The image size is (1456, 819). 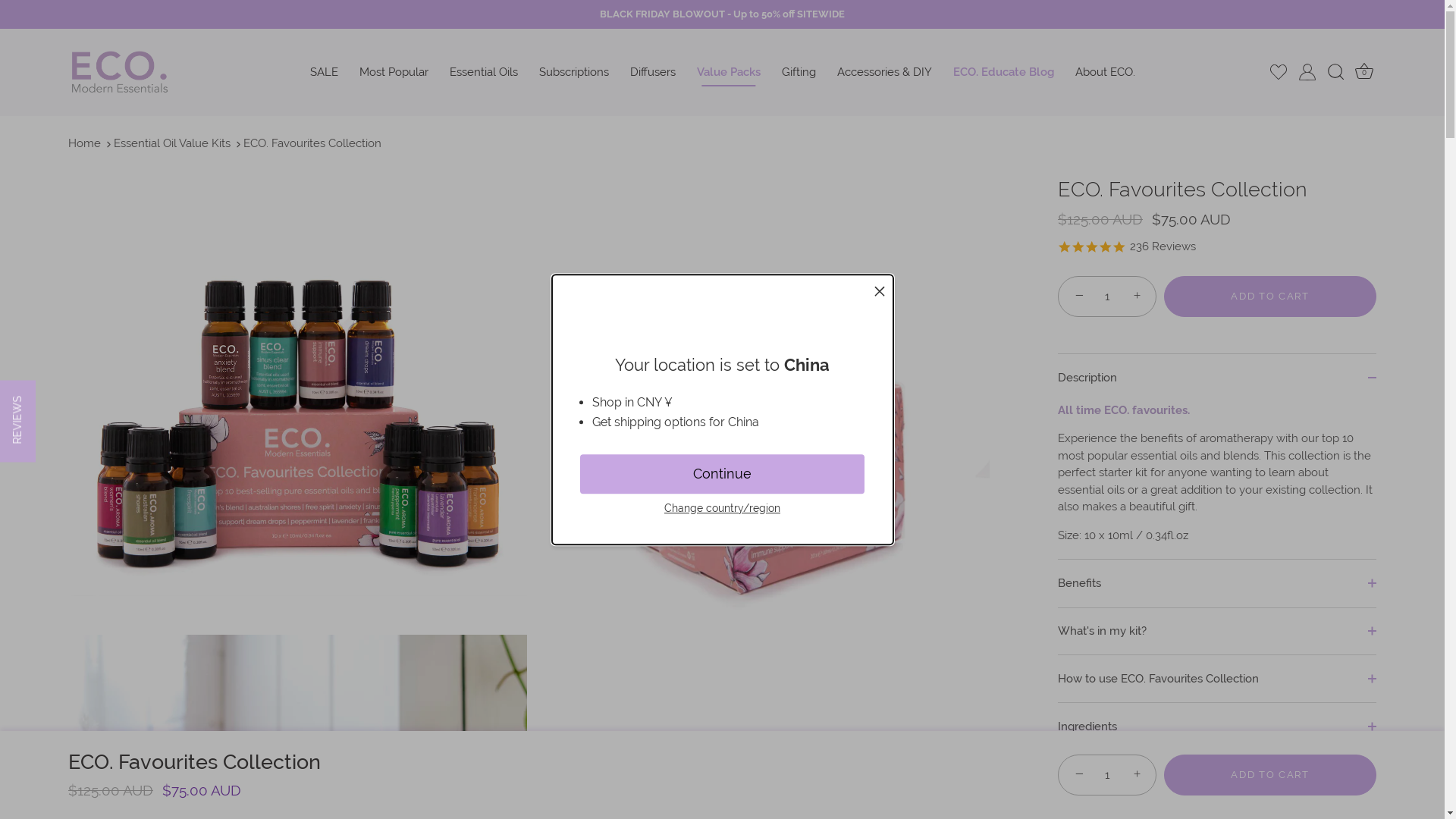 What do you see at coordinates (112, 143) in the screenshot?
I see `'Essential Oil Value Kits'` at bounding box center [112, 143].